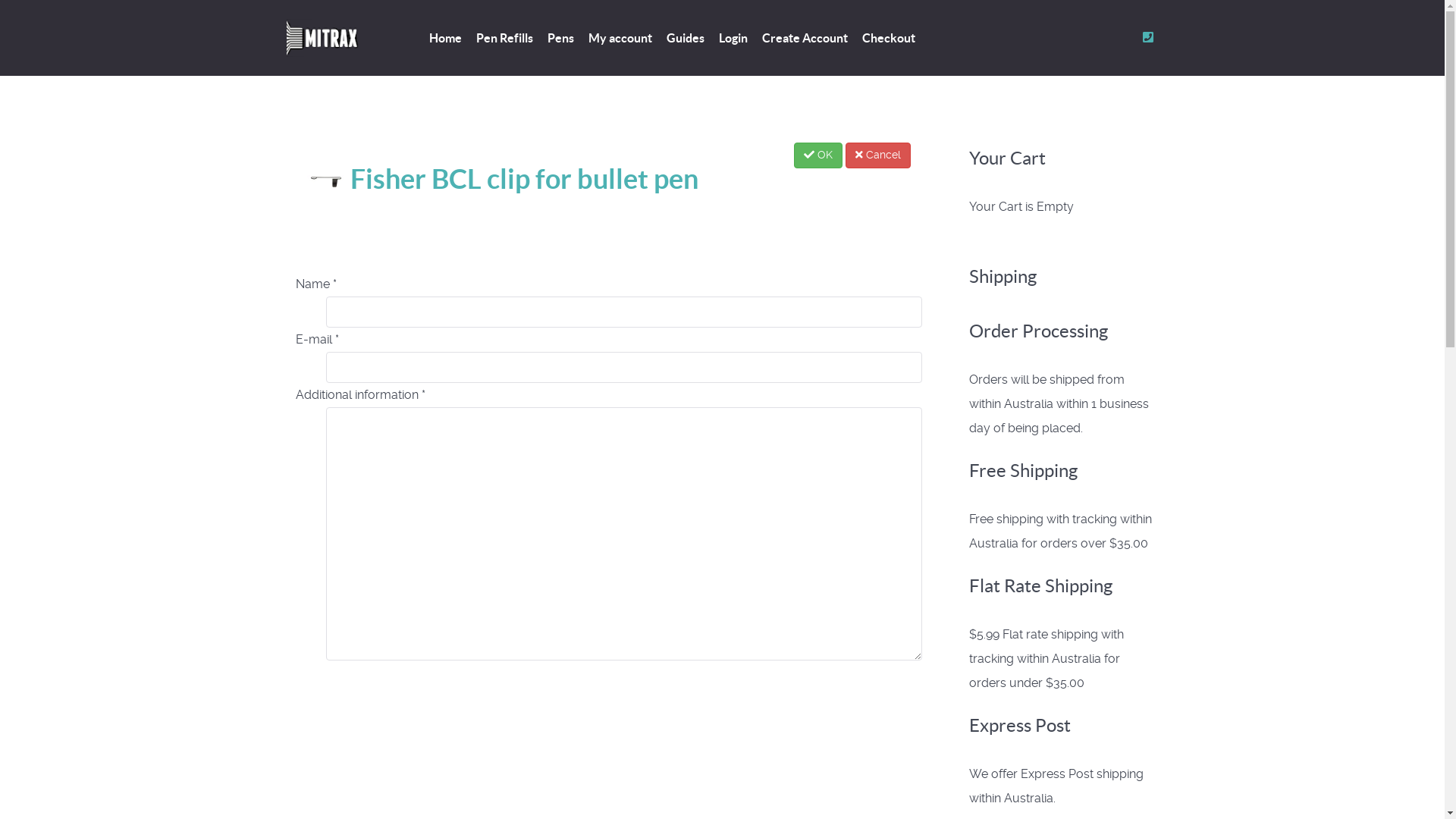  Describe the element at coordinates (502, 177) in the screenshot. I see `'Fisher BCL clip for bullet pen'` at that location.